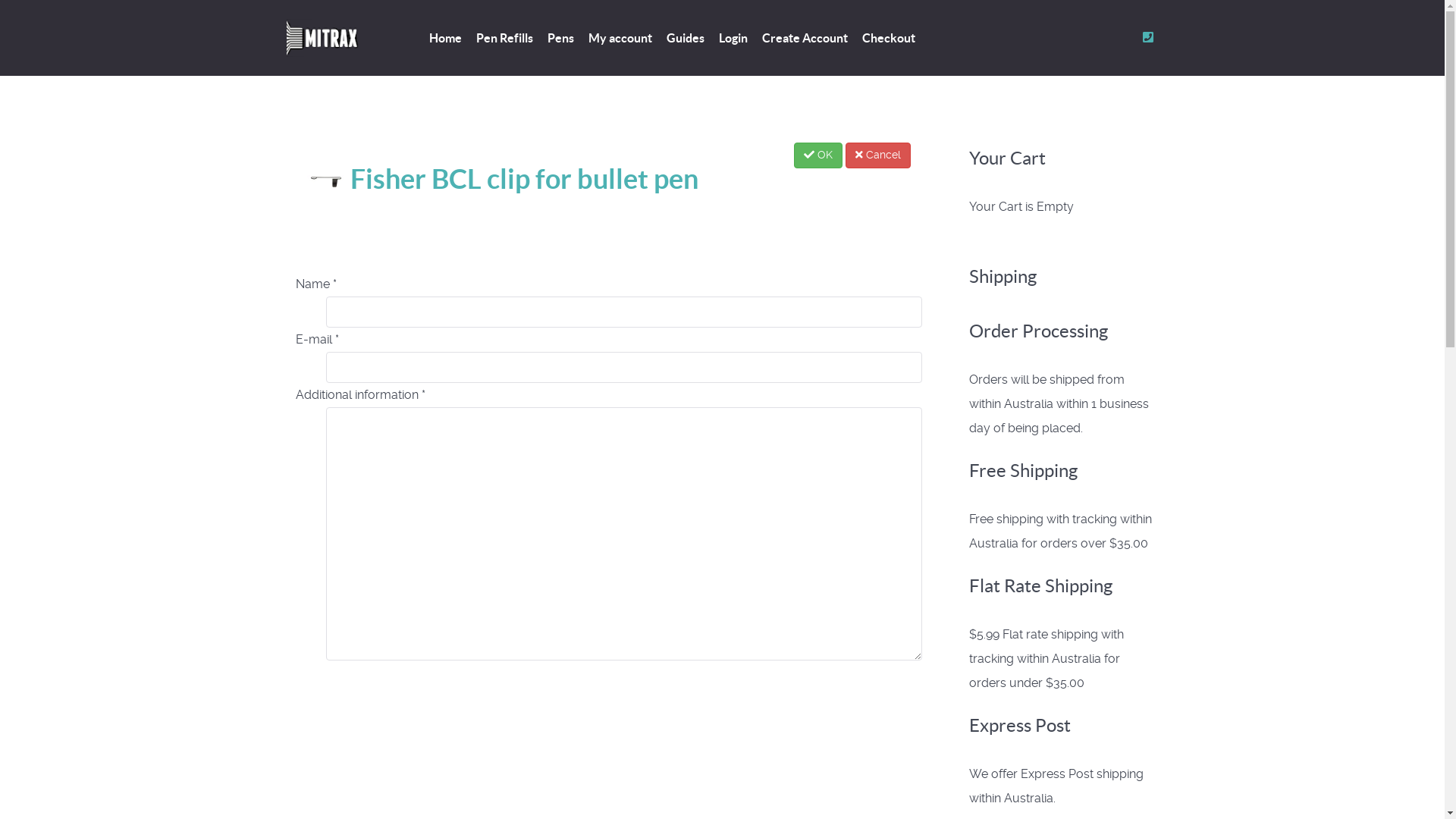  Describe the element at coordinates (502, 177) in the screenshot. I see `'Fisher BCL clip for bullet pen'` at that location.